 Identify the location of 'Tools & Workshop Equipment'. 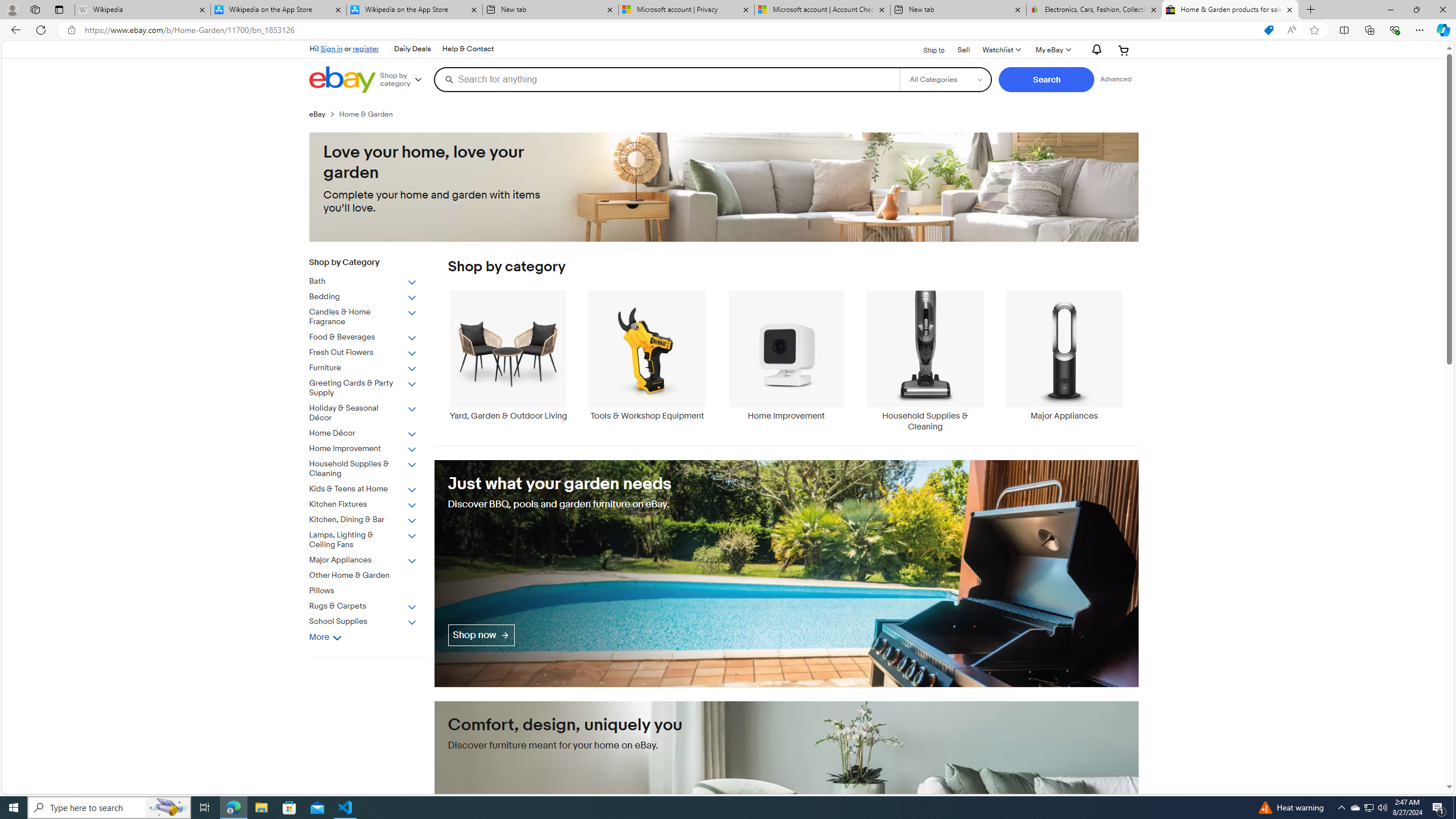
(647, 361).